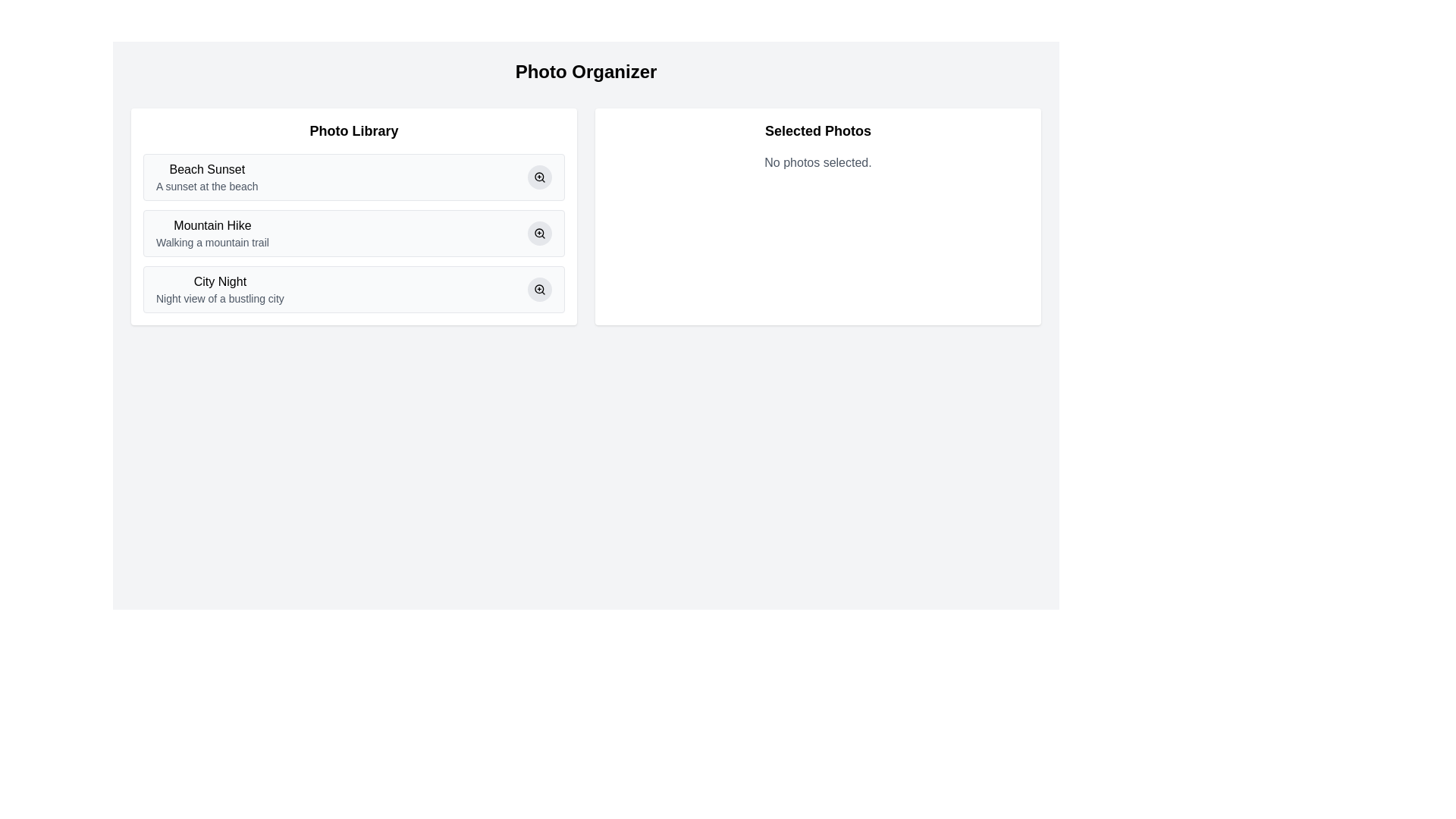 The image size is (1456, 819). I want to click on the label text 'This Text allows users to:' located in the third row of the Photo Library section, positioned in the left half of the UI interface, so click(219, 281).